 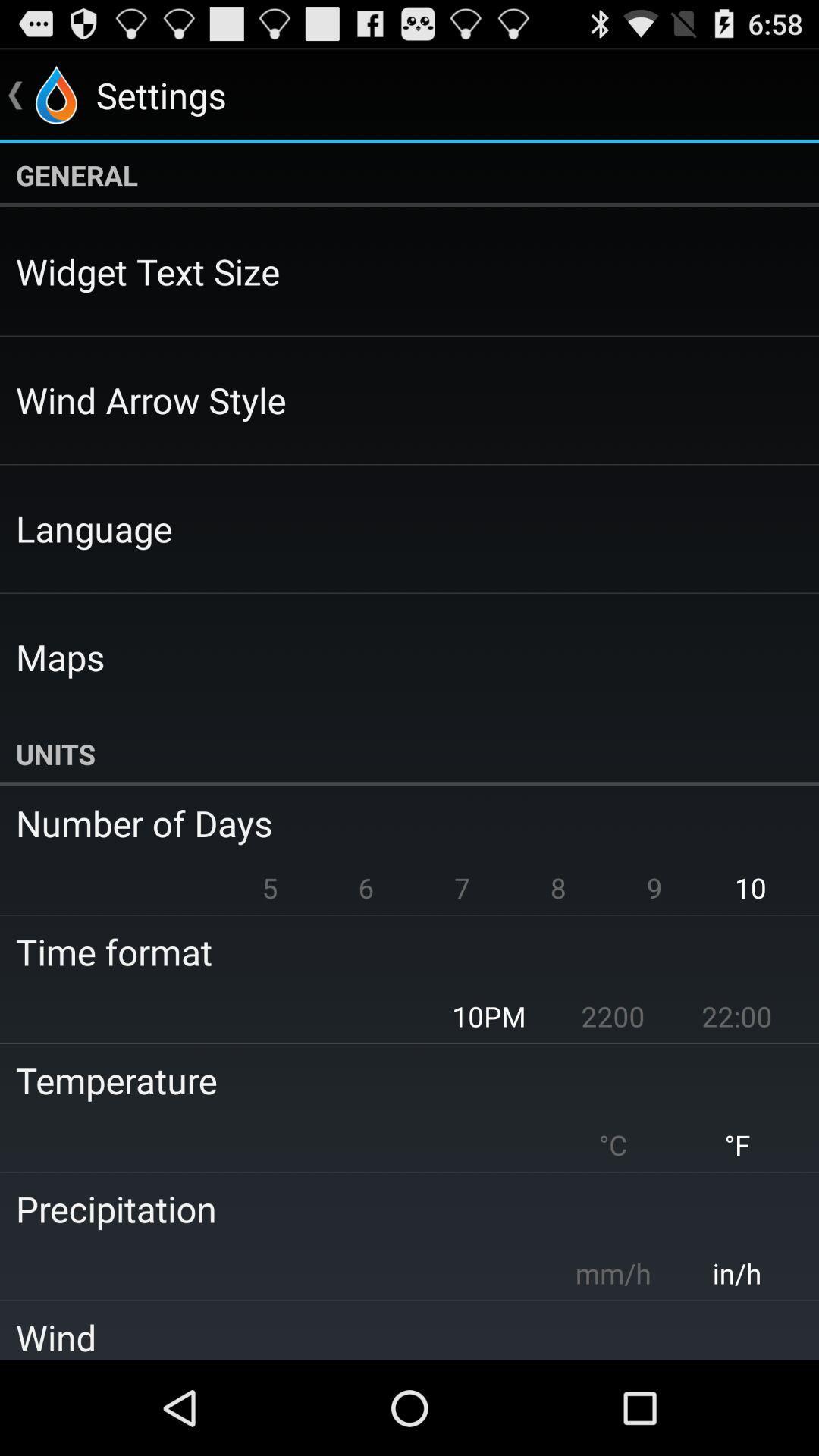 I want to click on the precipitation icon, so click(x=398, y=1208).